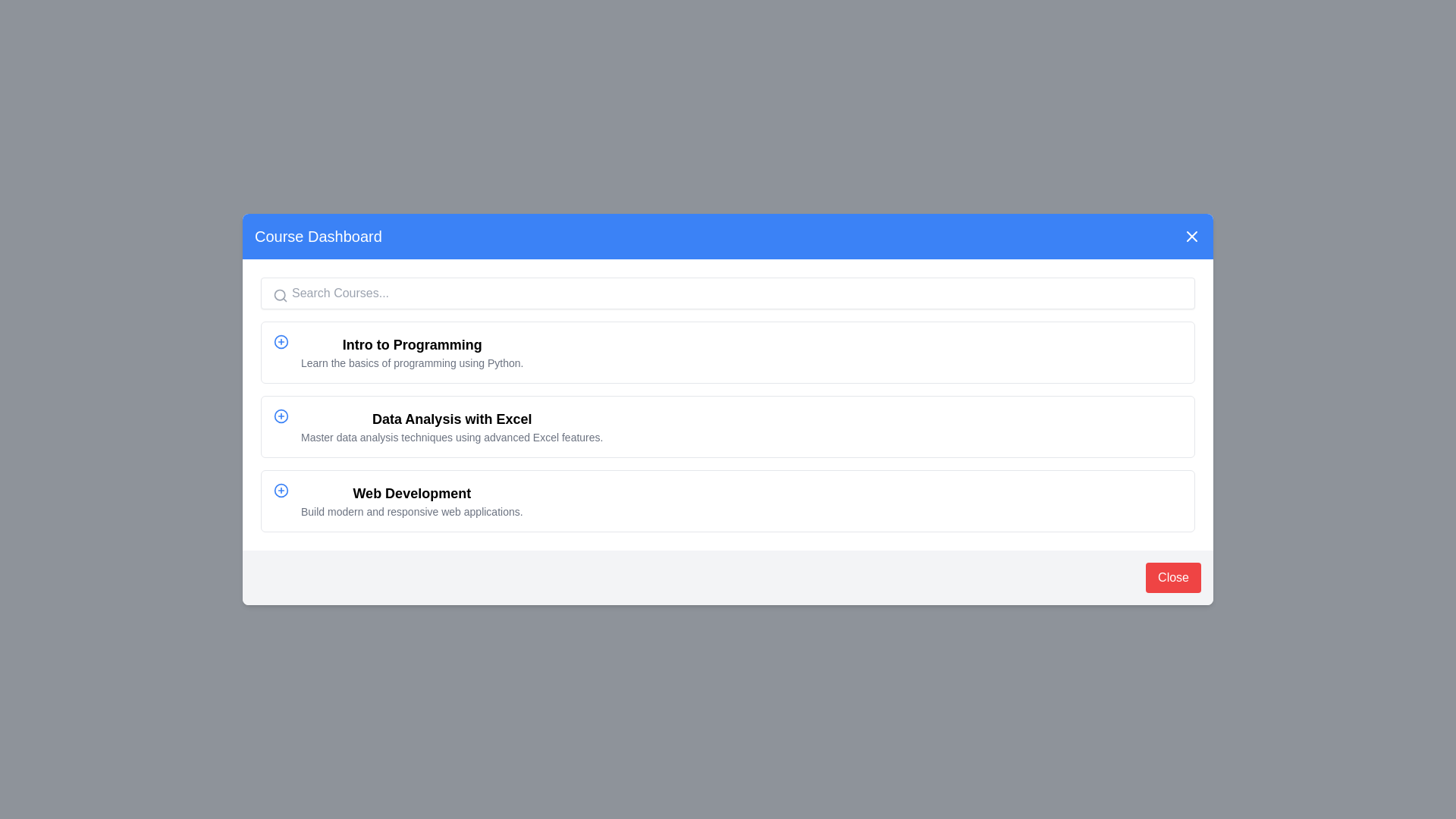 The height and width of the screenshot is (819, 1456). I want to click on the button with an icon located to the left of the title 'Data Analysis with Excel' in the second card, so click(281, 416).